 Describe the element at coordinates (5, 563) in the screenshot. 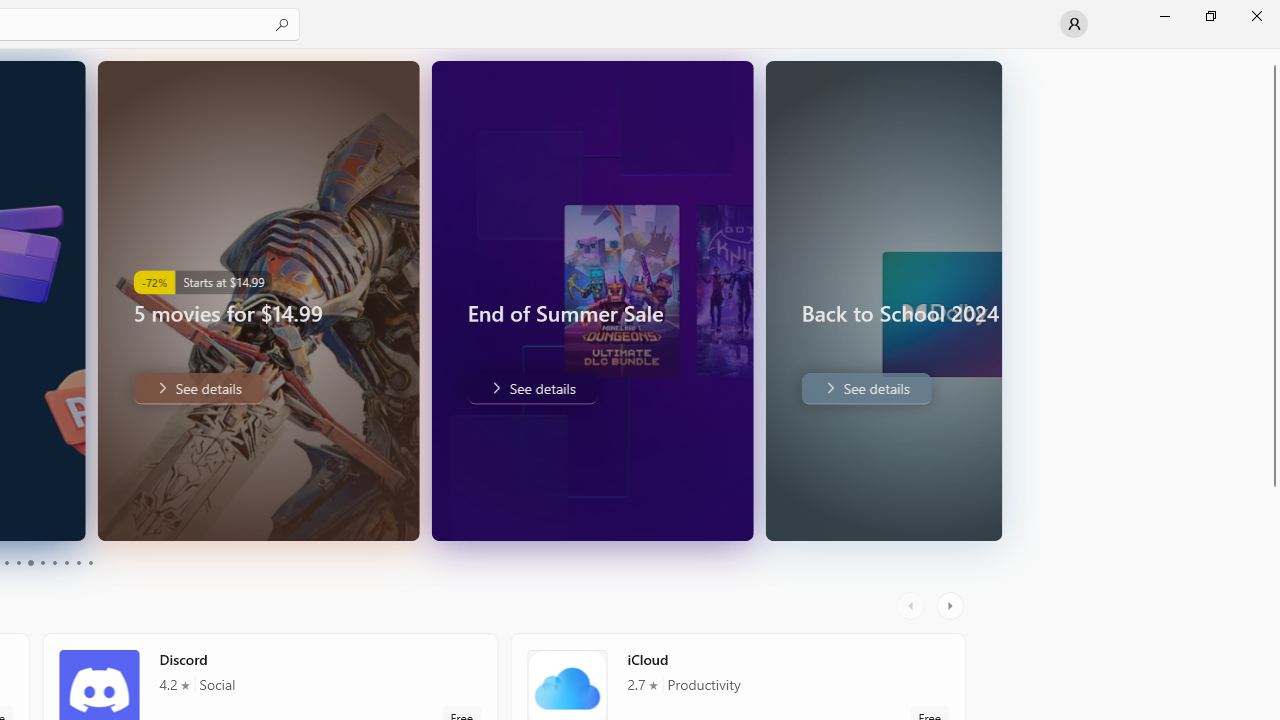

I see `'Page 3'` at that location.